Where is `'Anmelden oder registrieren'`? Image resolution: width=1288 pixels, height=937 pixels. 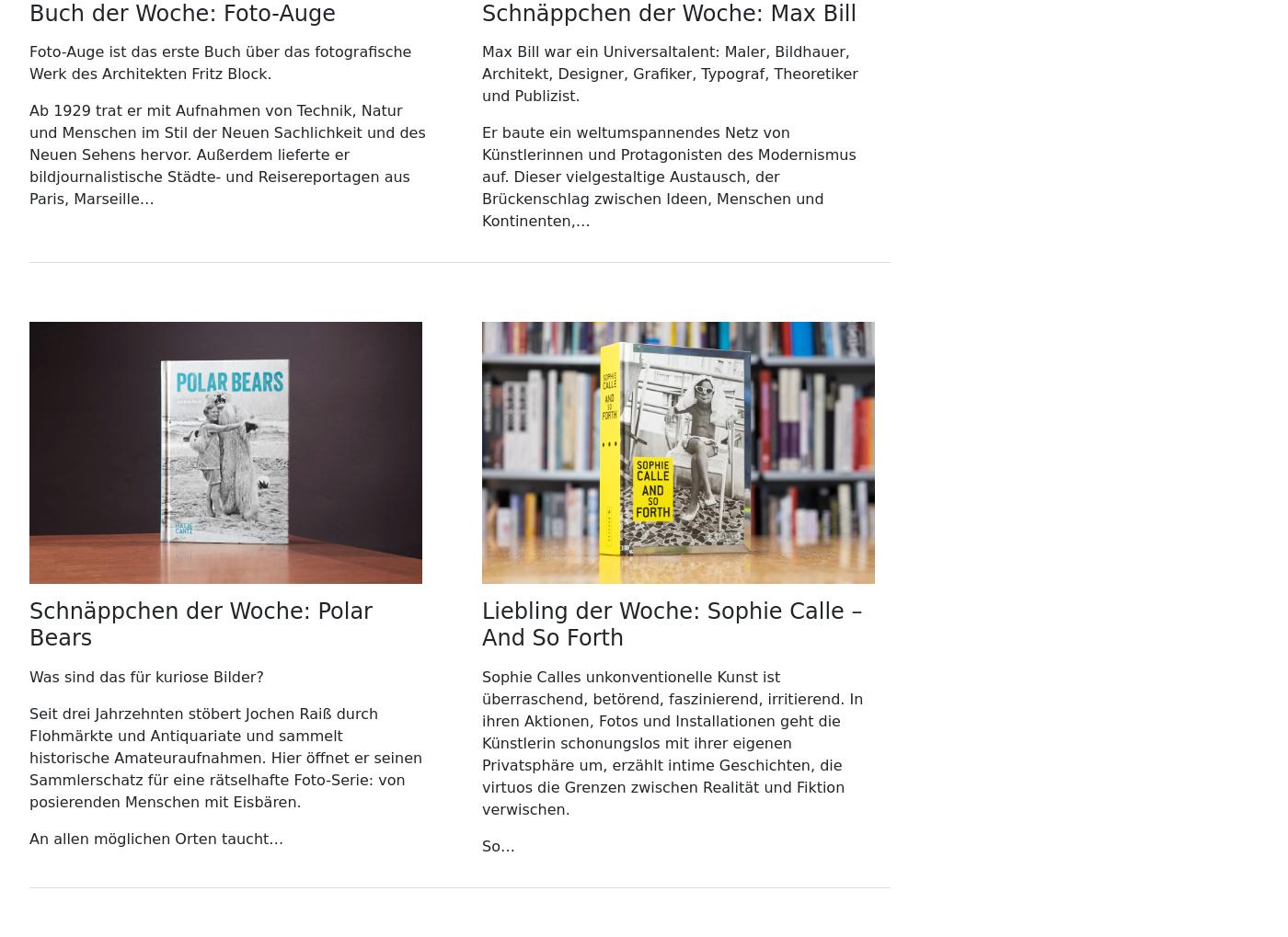 'Anmelden oder registrieren' is located at coordinates (356, 36).